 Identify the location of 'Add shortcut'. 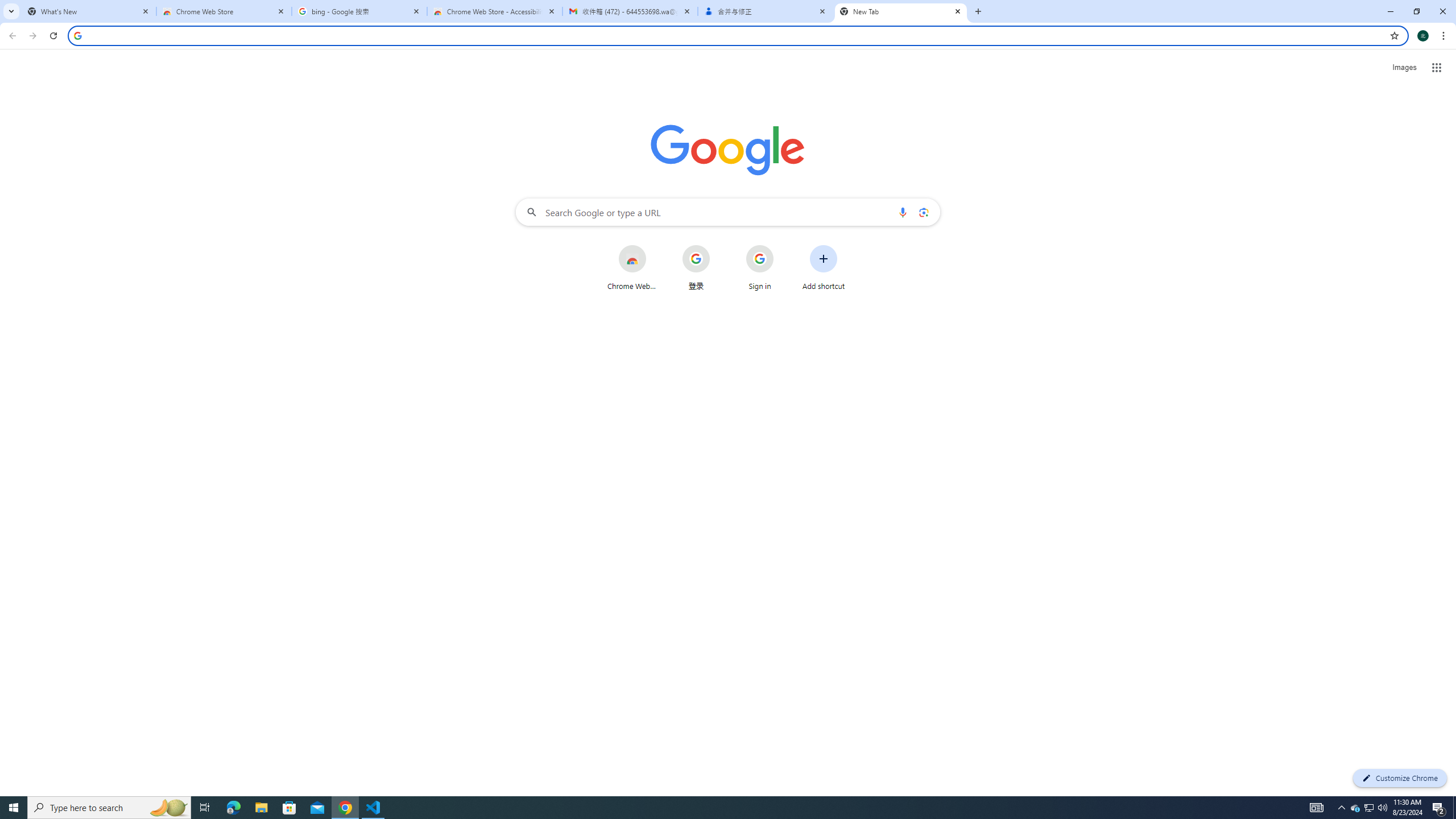
(823, 267).